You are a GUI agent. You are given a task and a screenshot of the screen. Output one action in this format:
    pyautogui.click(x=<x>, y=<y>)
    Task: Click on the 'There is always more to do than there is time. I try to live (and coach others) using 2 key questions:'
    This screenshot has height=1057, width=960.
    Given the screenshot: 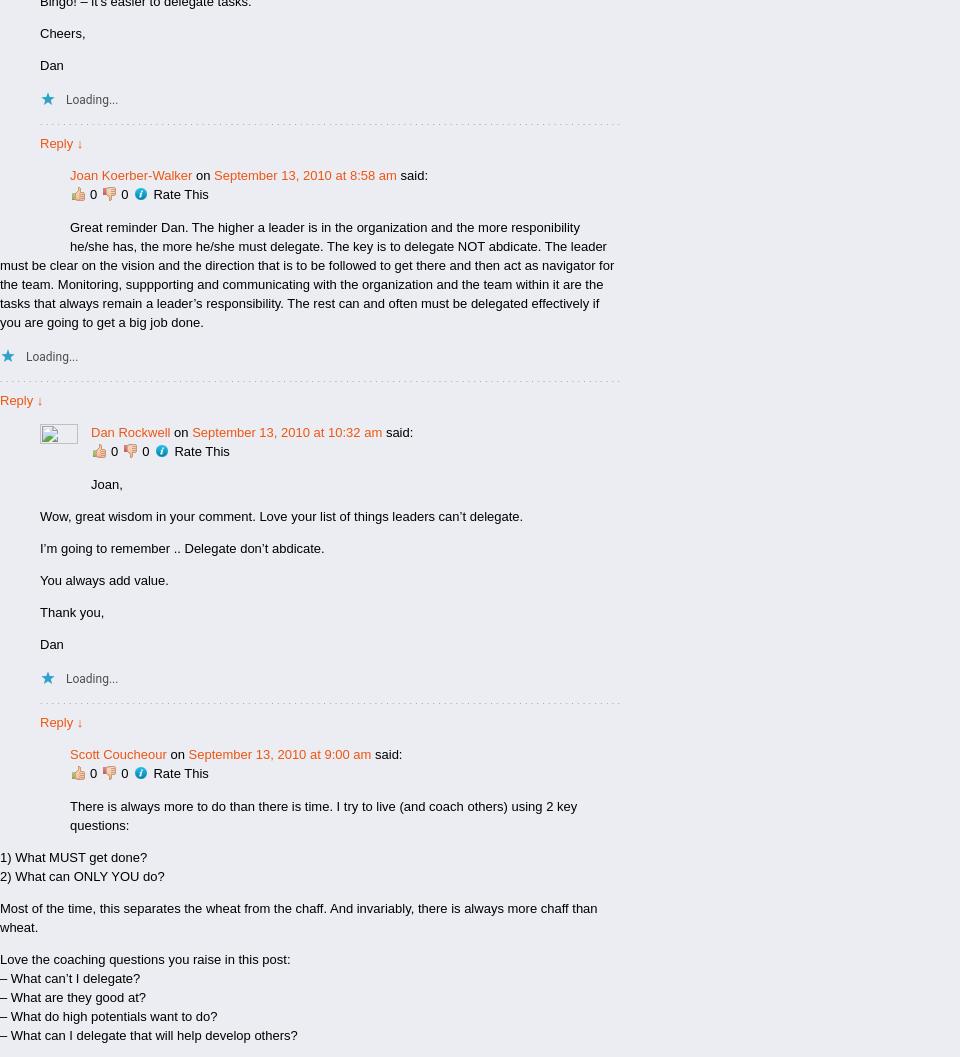 What is the action you would take?
    pyautogui.click(x=69, y=816)
    